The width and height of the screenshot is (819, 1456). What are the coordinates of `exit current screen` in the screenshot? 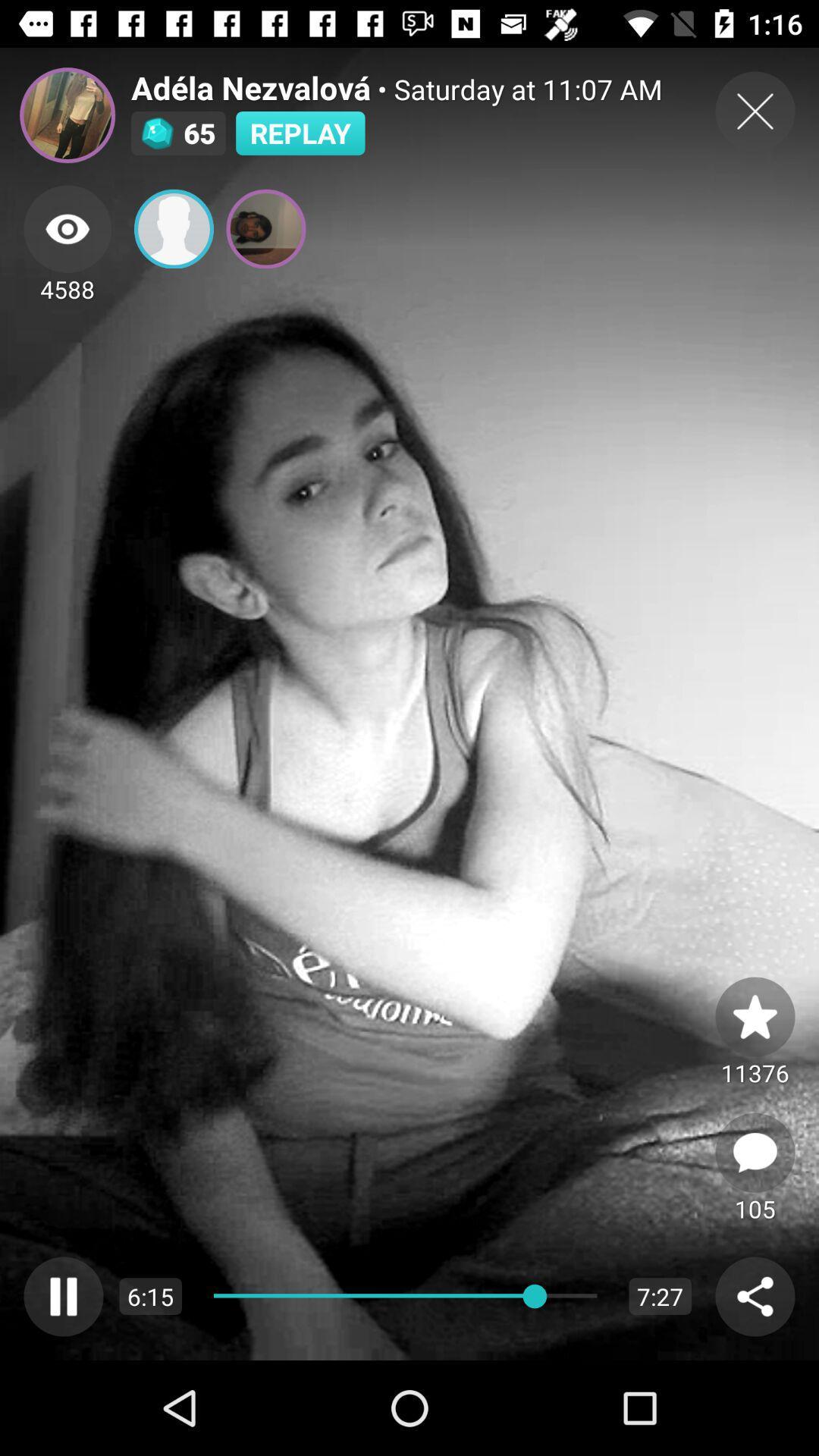 It's located at (755, 111).